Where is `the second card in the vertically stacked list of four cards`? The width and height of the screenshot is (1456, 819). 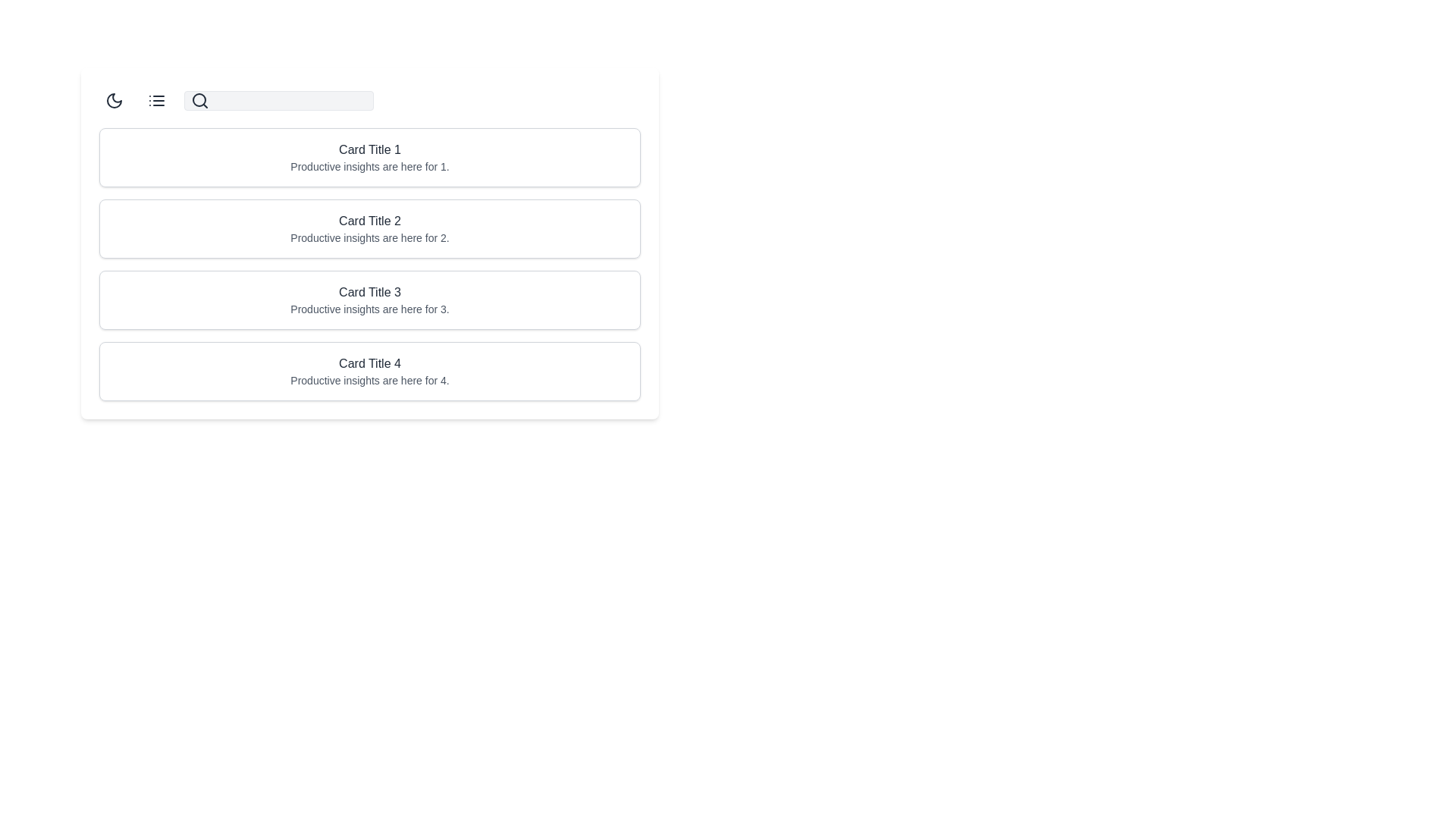
the second card in the vertically stacked list of four cards is located at coordinates (370, 228).